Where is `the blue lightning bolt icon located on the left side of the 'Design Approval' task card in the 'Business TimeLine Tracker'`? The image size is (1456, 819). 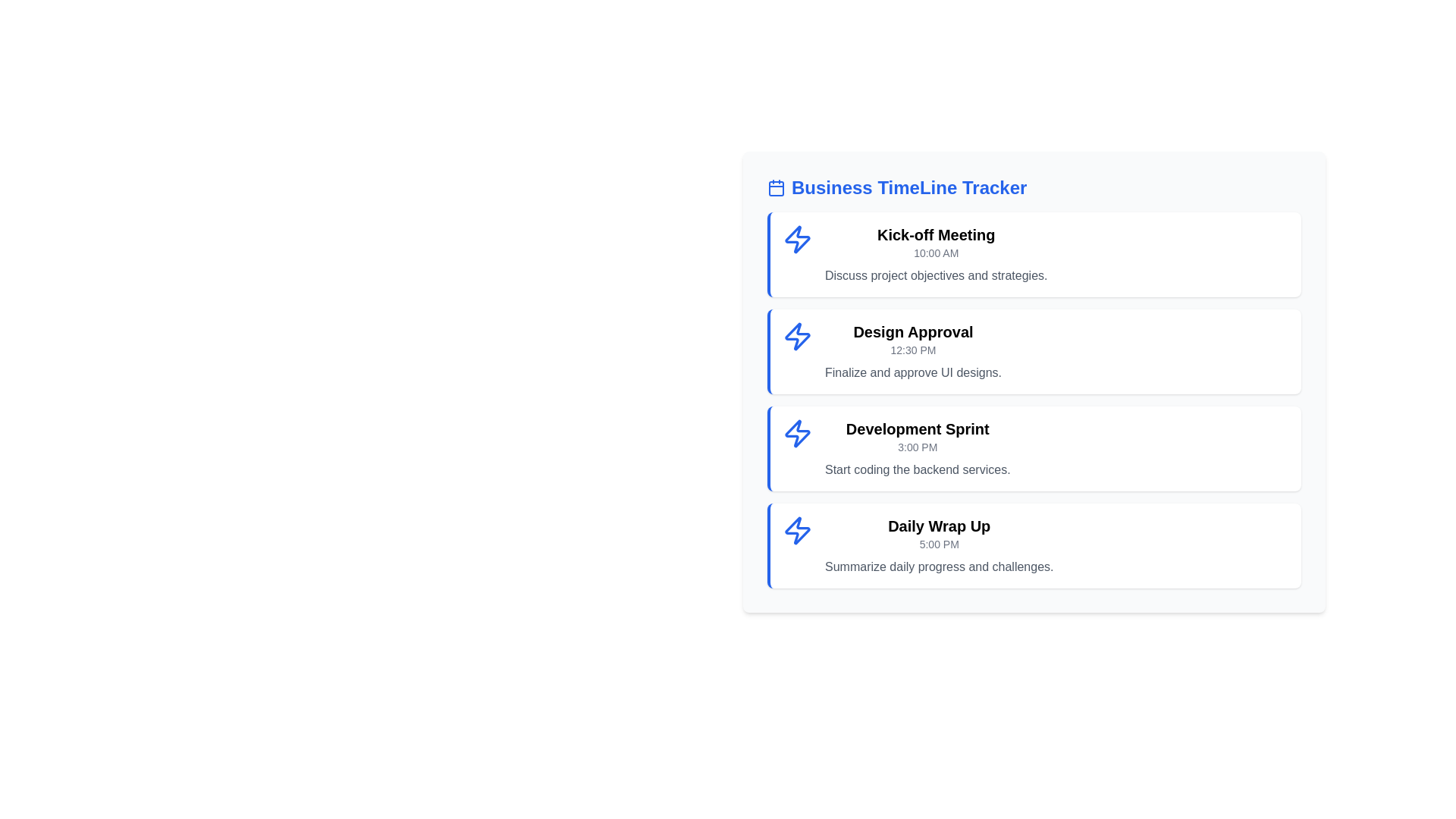
the blue lightning bolt icon located on the left side of the 'Design Approval' task card in the 'Business TimeLine Tracker' is located at coordinates (796, 335).